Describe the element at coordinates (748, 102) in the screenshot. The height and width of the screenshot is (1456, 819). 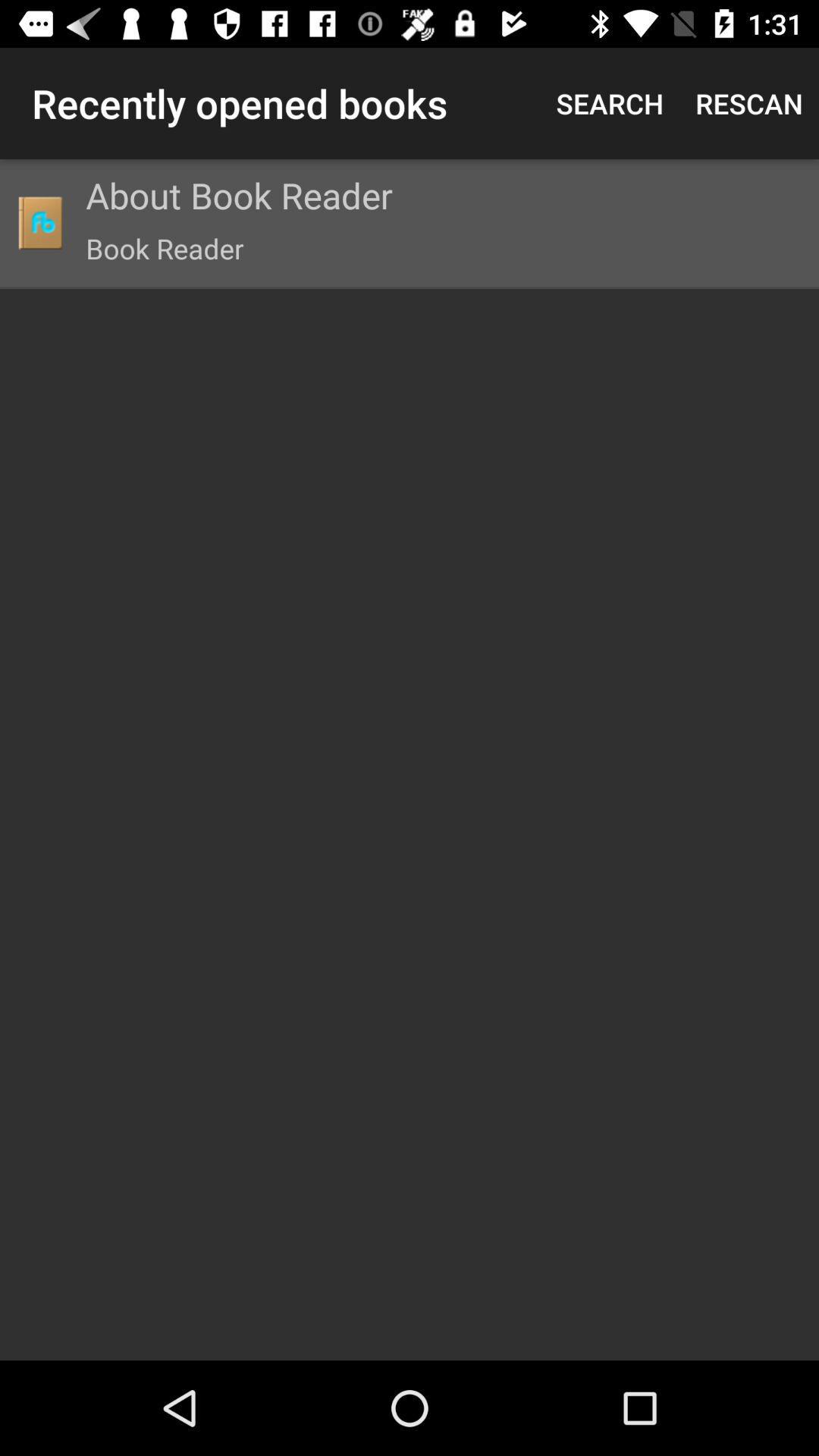
I see `the icon to the right of the search item` at that location.